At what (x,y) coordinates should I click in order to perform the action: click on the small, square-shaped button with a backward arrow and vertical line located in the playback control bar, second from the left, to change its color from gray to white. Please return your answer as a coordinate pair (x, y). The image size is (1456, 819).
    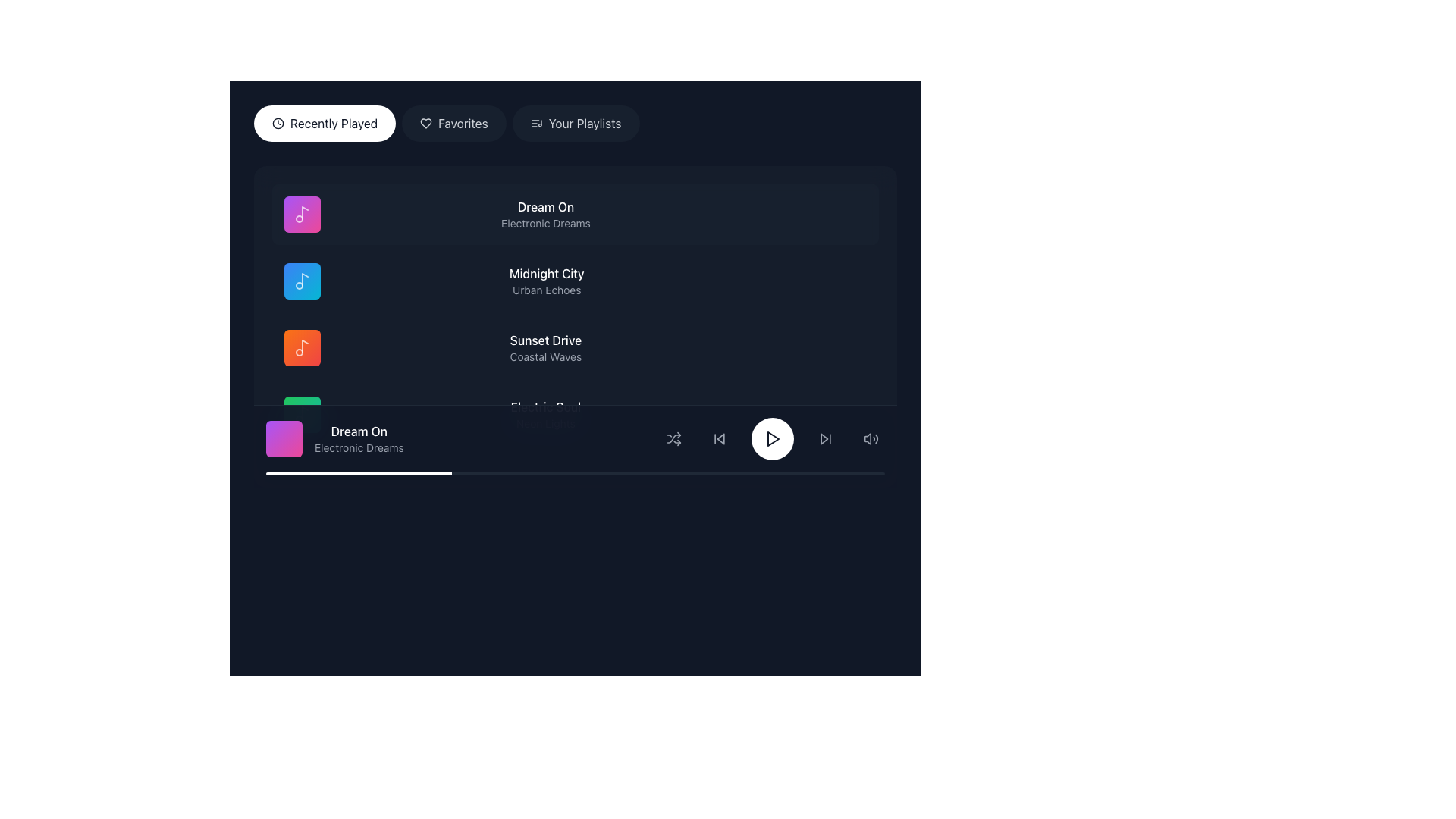
    Looking at the image, I should click on (719, 438).